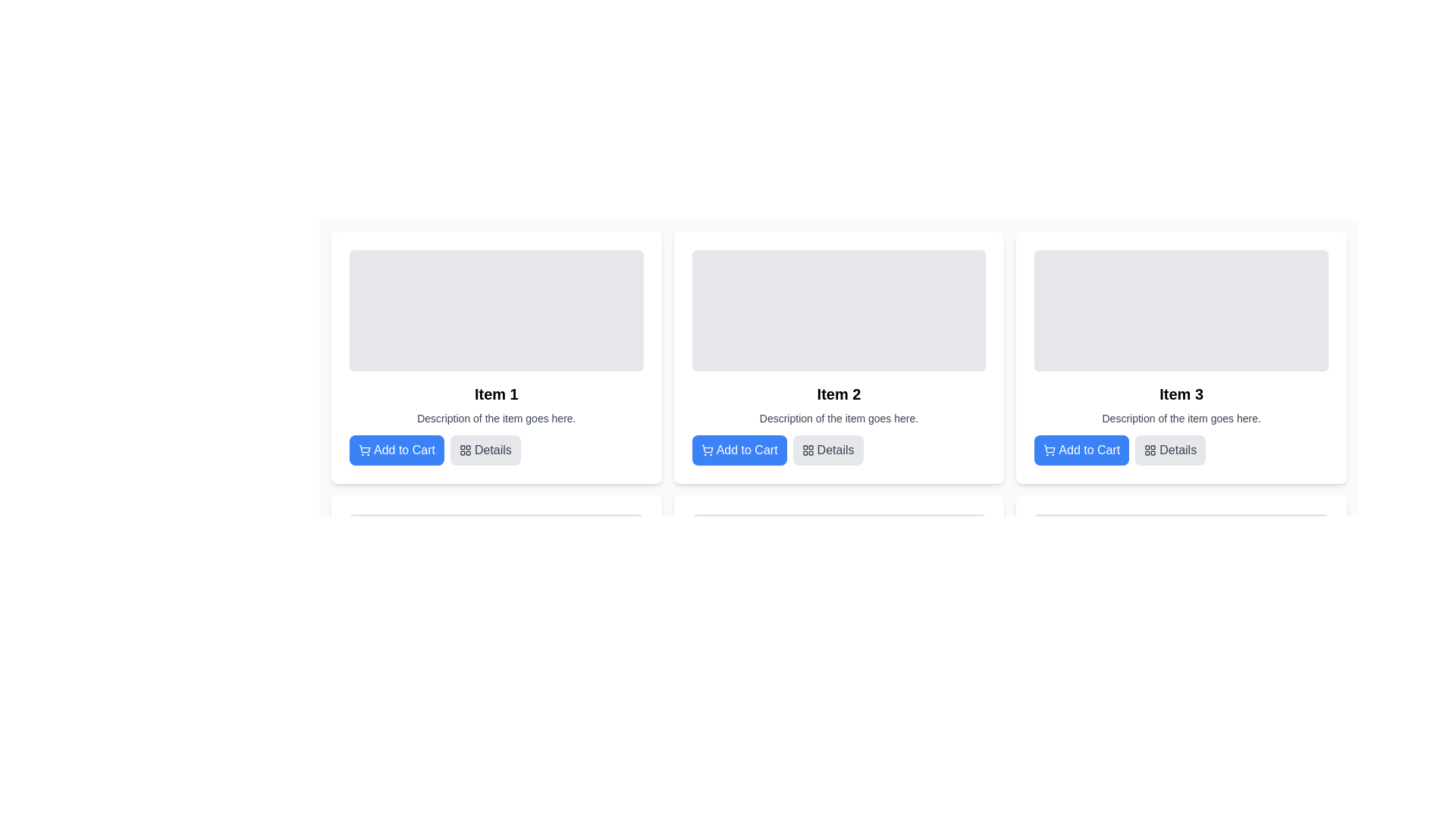  What do you see at coordinates (364, 448) in the screenshot?
I see `the shopping cart icon located inside the blue 'Add to Cart' button on the first item's card in the horizontal row of three` at bounding box center [364, 448].